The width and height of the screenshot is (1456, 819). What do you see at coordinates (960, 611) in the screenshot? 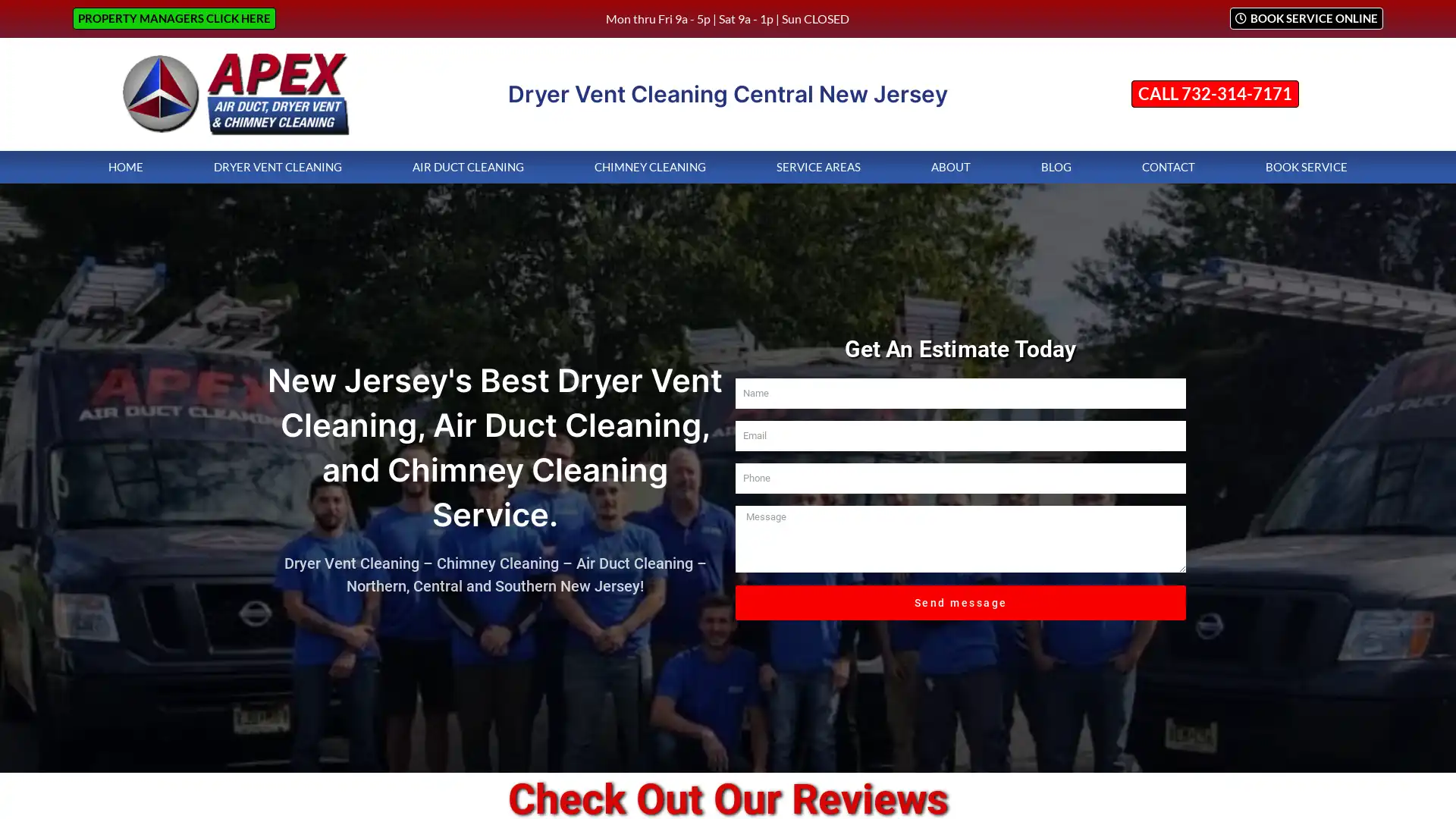
I see `Send message` at bounding box center [960, 611].